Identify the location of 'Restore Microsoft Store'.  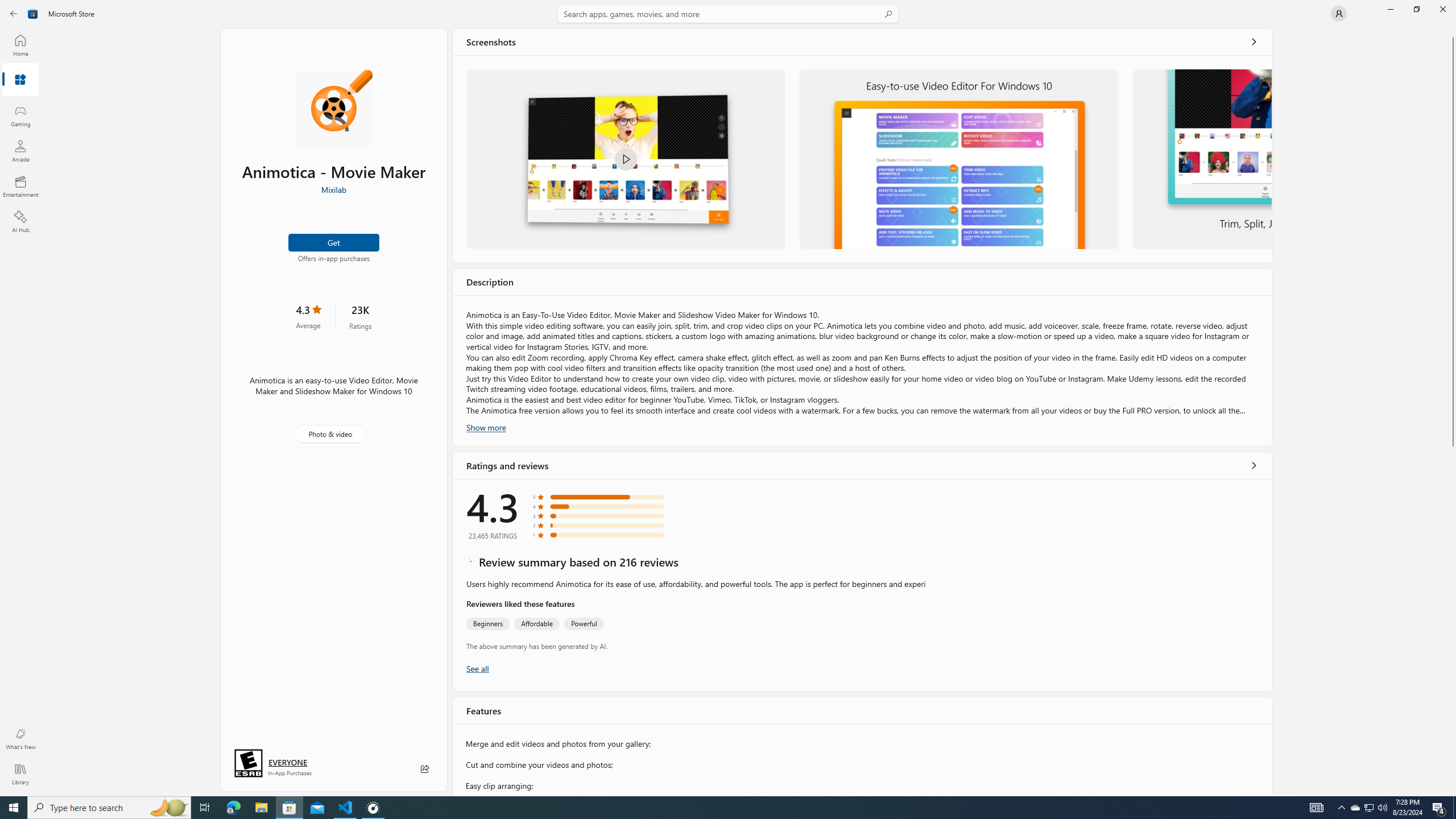
(1416, 9).